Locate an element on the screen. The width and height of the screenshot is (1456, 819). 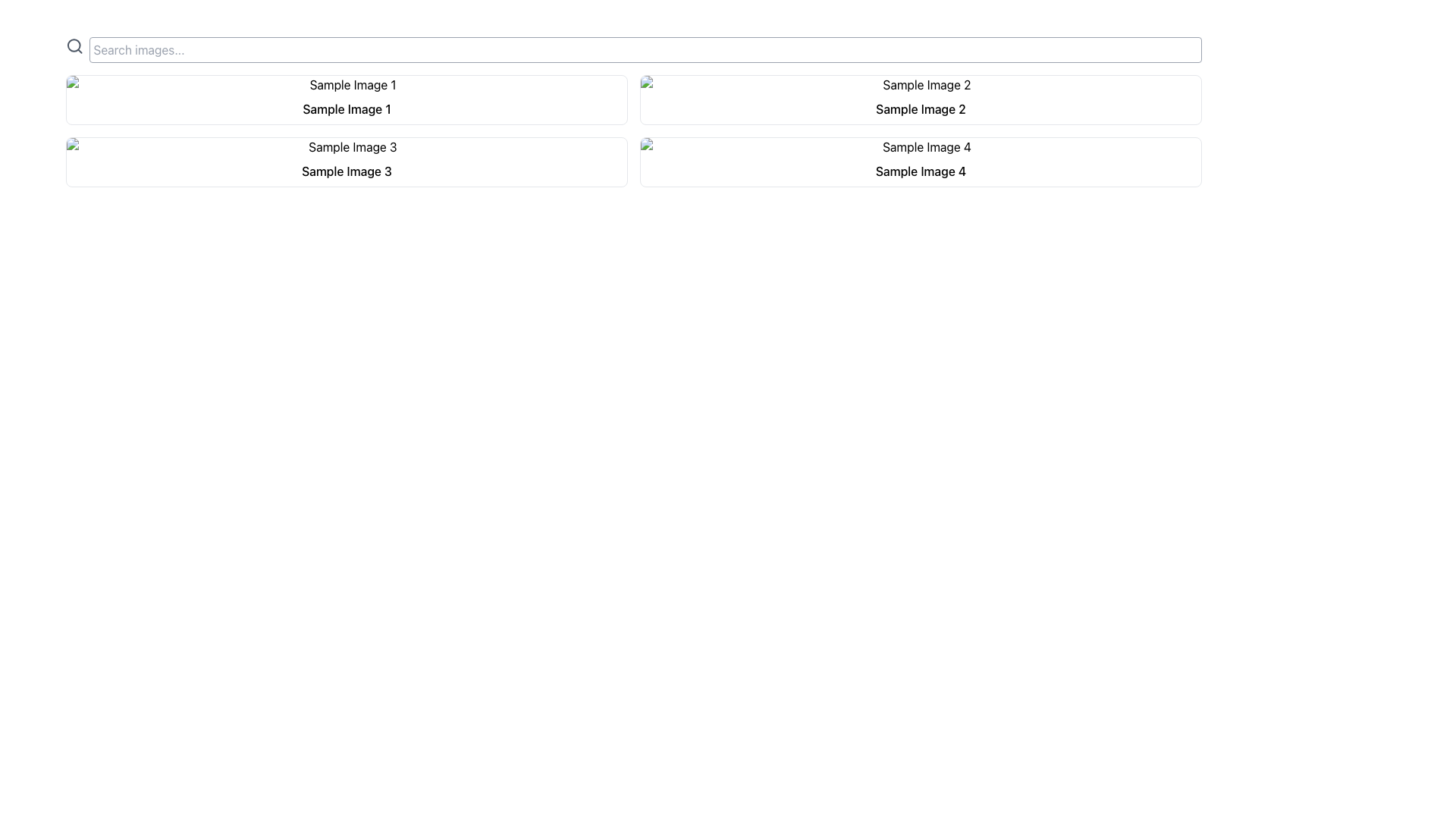
the image labeled 'Sample Image 4' which is located at the top of a card in the second column of the second row in a grid layout is located at coordinates (920, 146).